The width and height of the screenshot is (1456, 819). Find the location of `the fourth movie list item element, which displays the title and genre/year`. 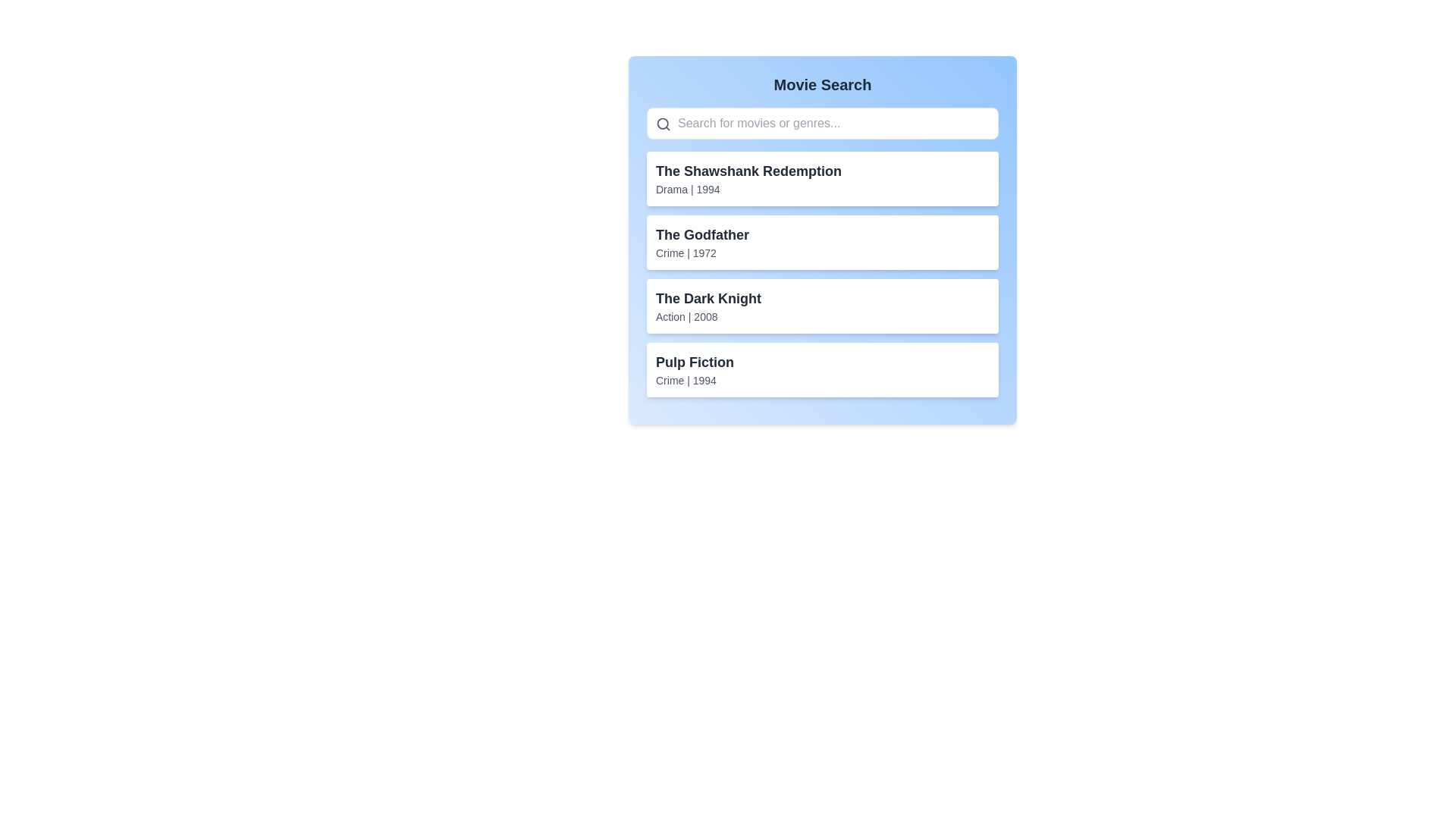

the fourth movie list item element, which displays the title and genre/year is located at coordinates (821, 370).